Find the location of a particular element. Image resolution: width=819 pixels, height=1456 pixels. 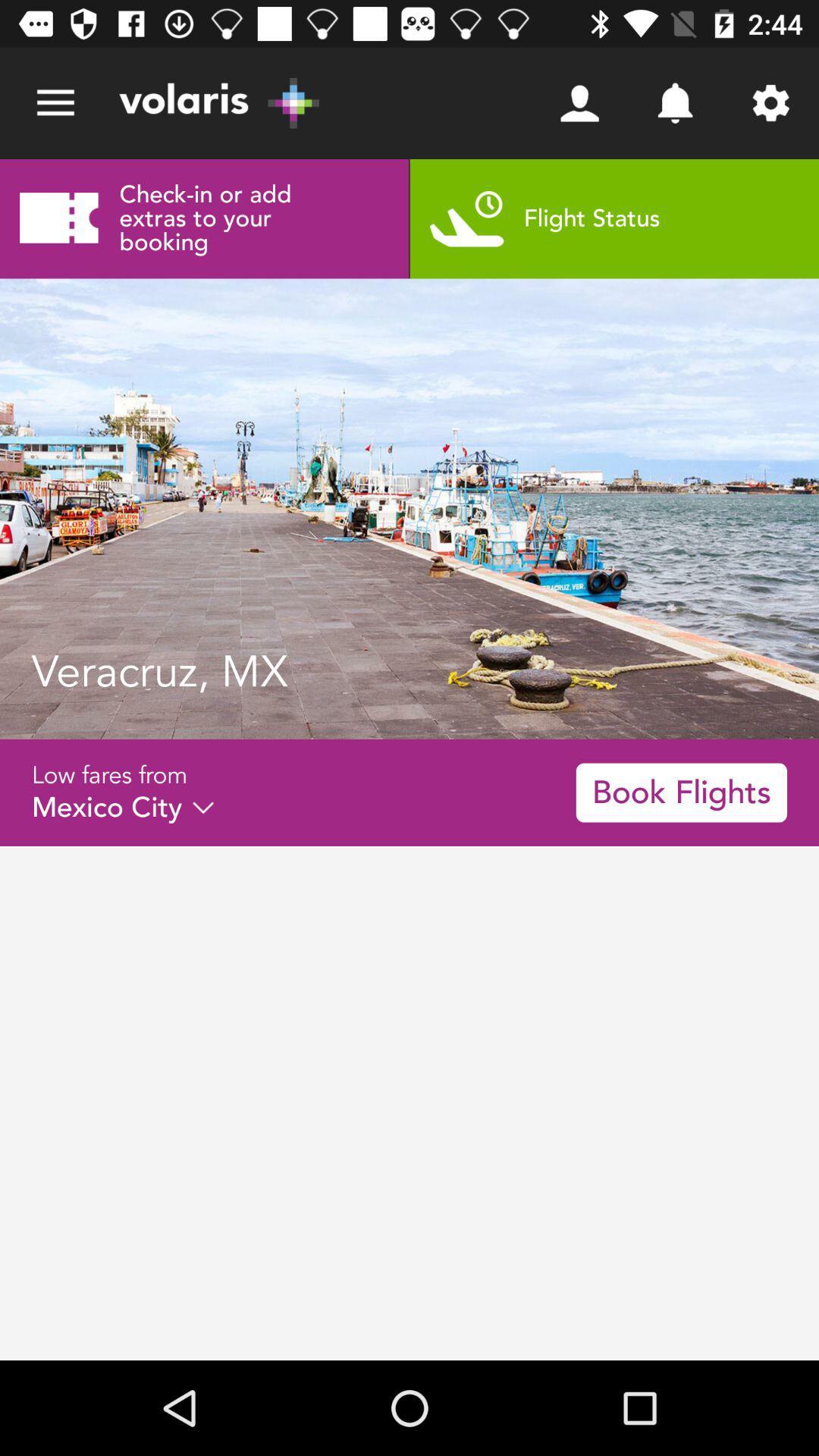

top right corner is located at coordinates (771, 103).